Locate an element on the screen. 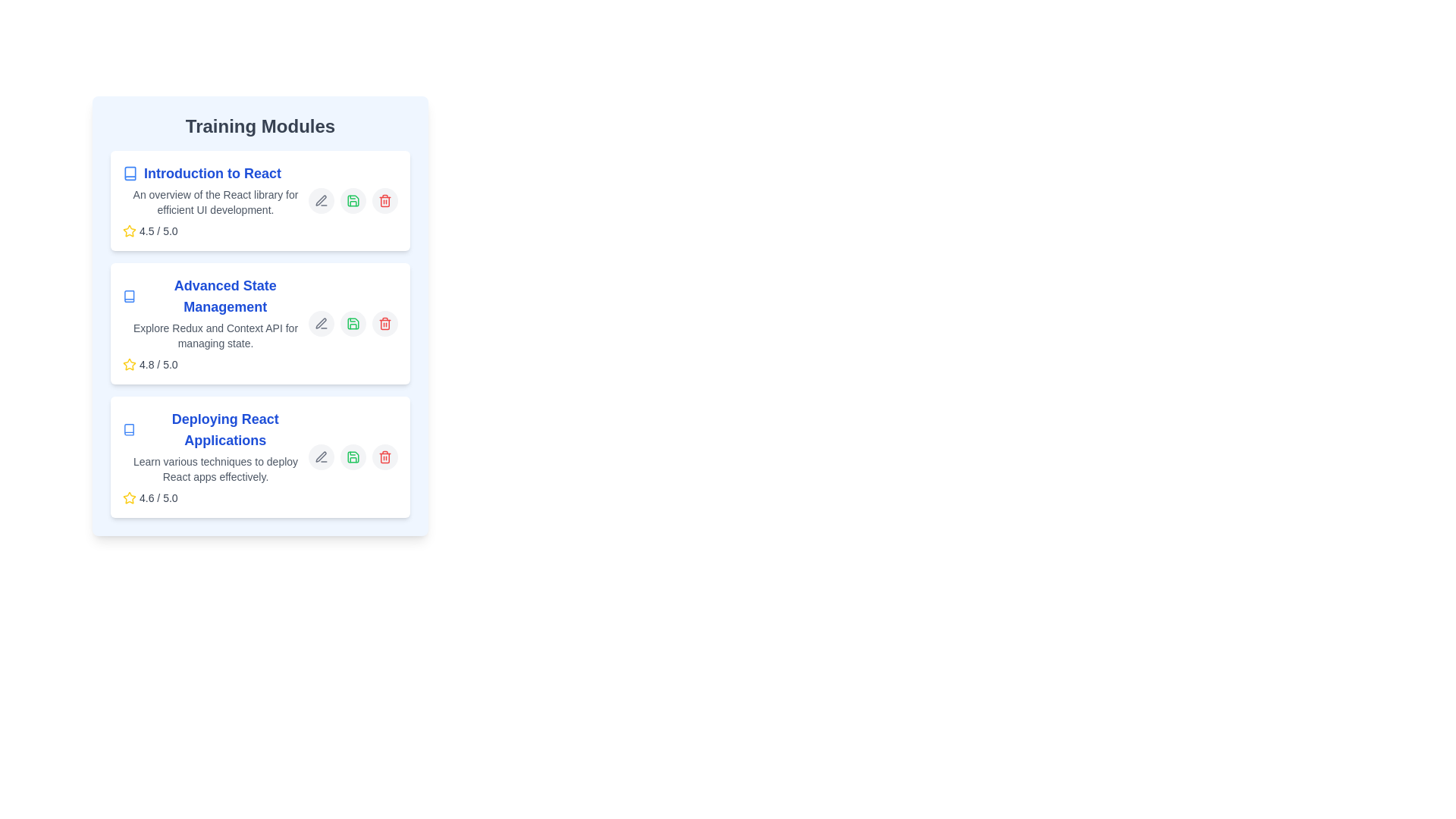  the Icon Button in the second slot of the icon row for the 'Advanced State Management' training module is located at coordinates (352, 323).